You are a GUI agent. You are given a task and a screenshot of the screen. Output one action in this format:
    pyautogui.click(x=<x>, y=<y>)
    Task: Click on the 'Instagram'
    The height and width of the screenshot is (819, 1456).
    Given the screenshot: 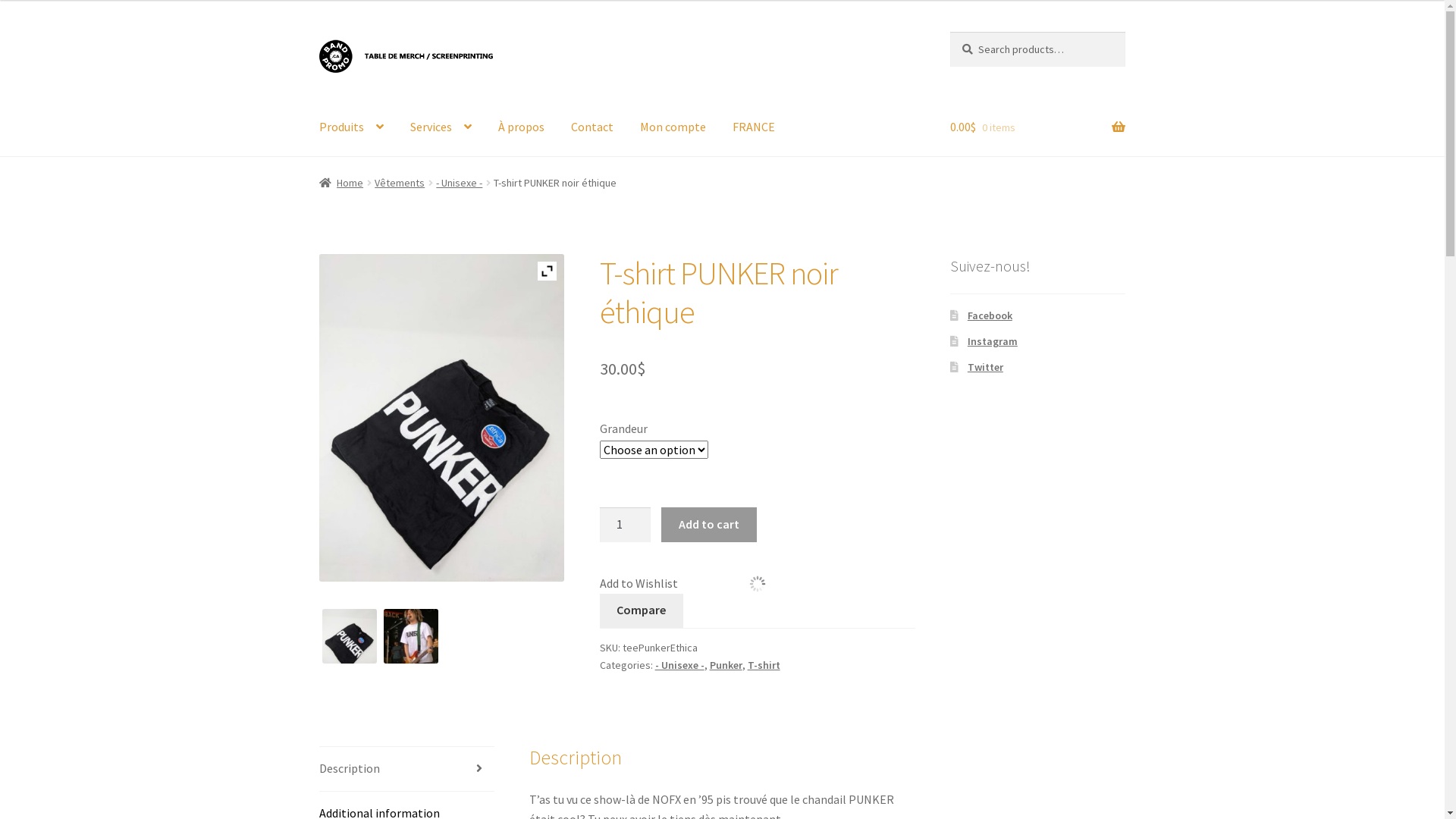 What is the action you would take?
    pyautogui.click(x=993, y=341)
    